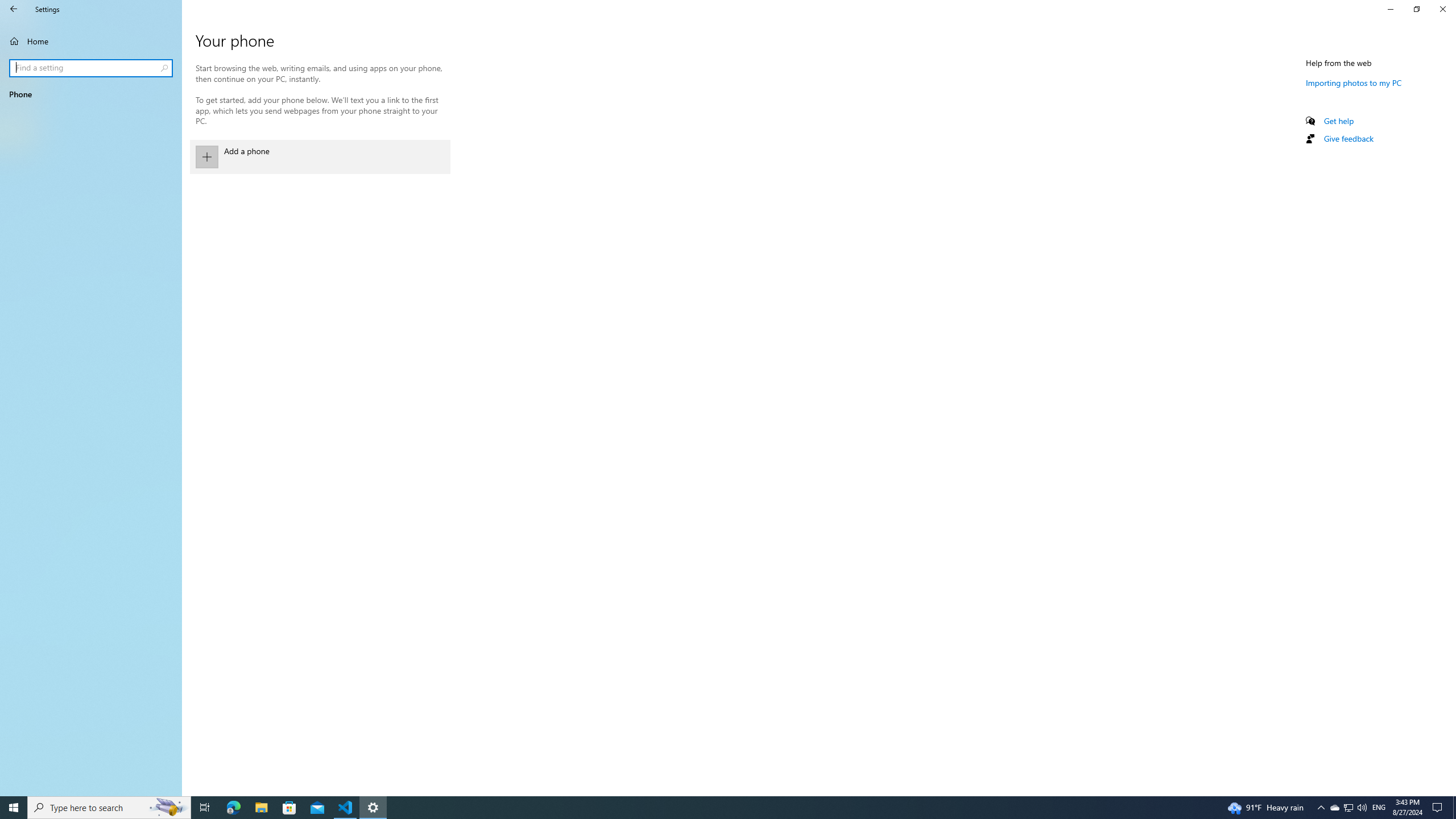 This screenshot has height=819, width=1456. What do you see at coordinates (1379, 806) in the screenshot?
I see `'Tray Input Indicator - English (United States)'` at bounding box center [1379, 806].